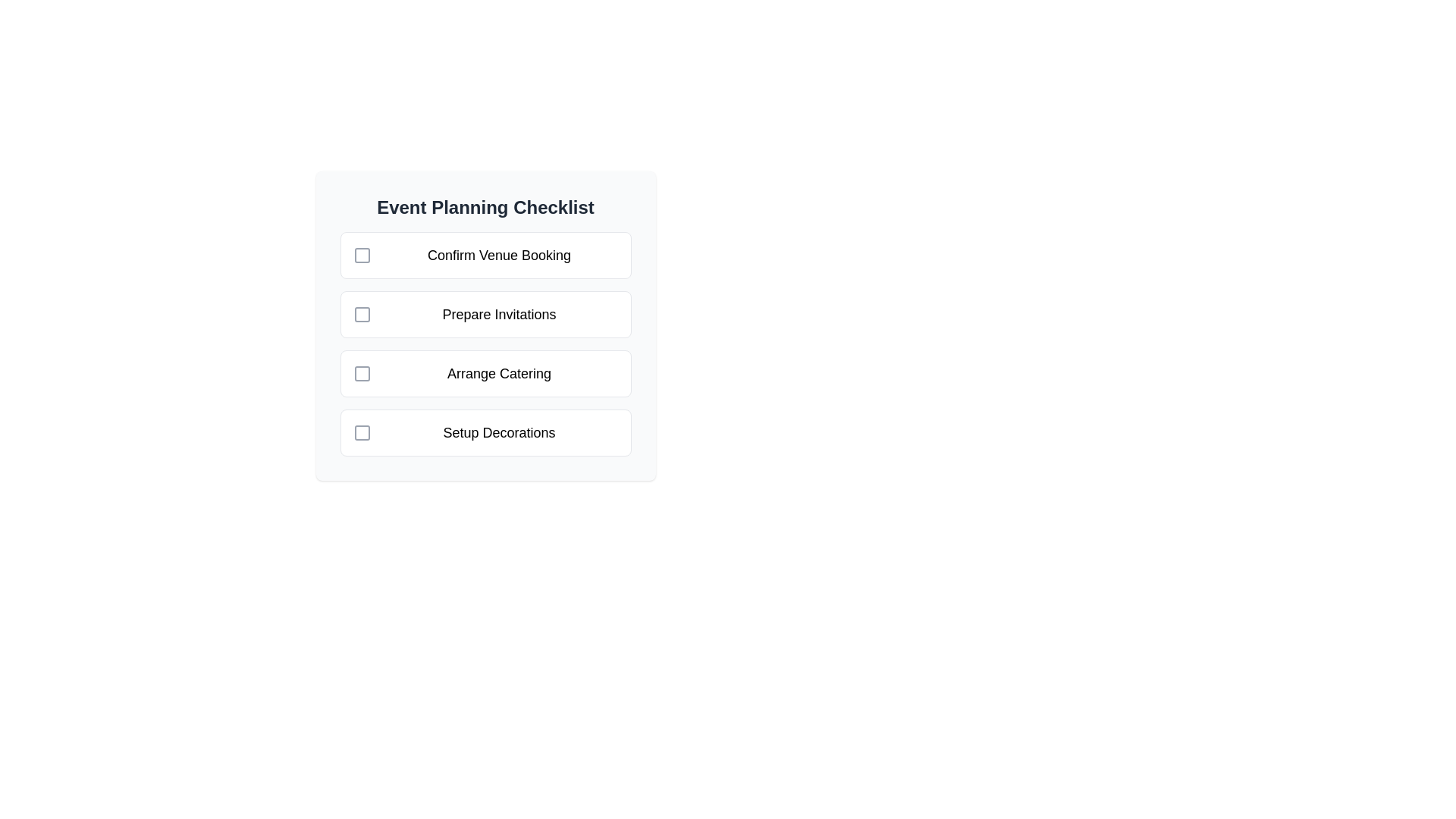 The width and height of the screenshot is (1456, 819). I want to click on the third checkbox in the 'Event Planning Checklist' to trigger the hover effect, so click(361, 374).